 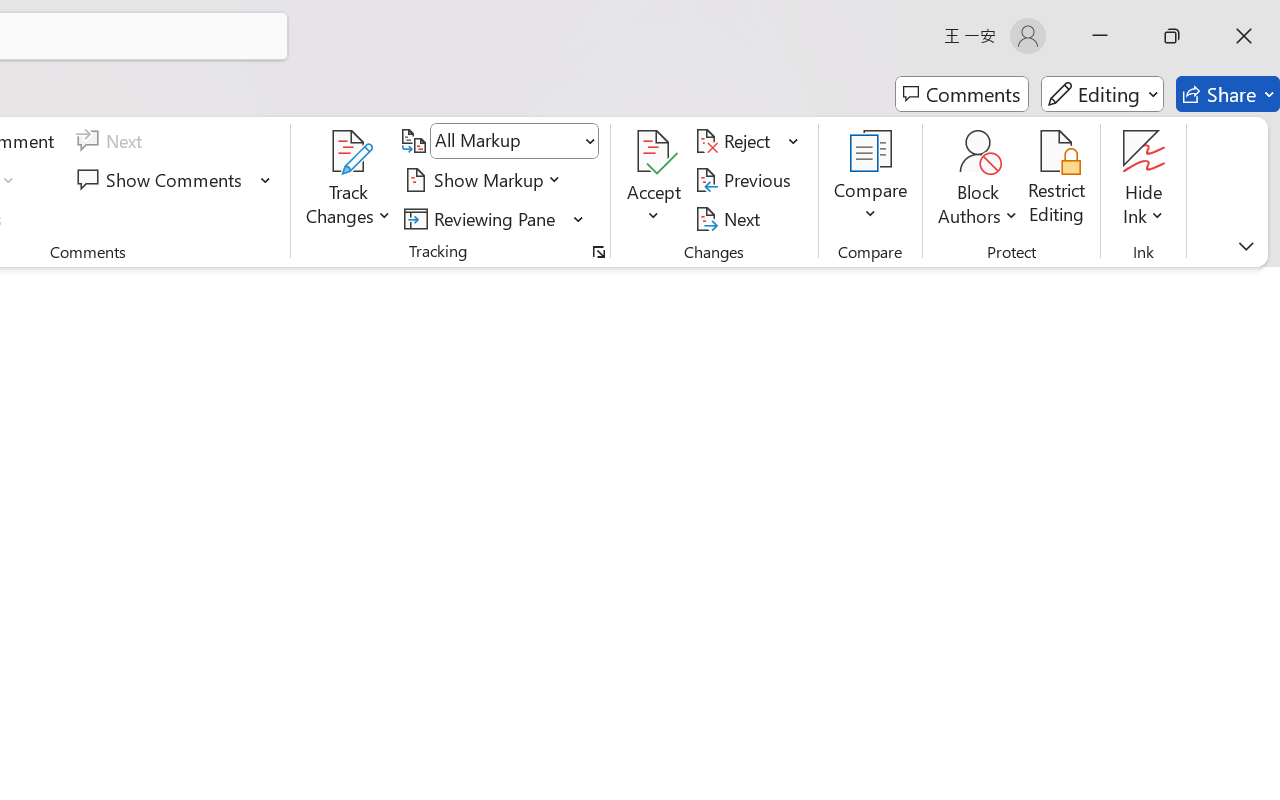 What do you see at coordinates (977, 179) in the screenshot?
I see `'Block Authors'` at bounding box center [977, 179].